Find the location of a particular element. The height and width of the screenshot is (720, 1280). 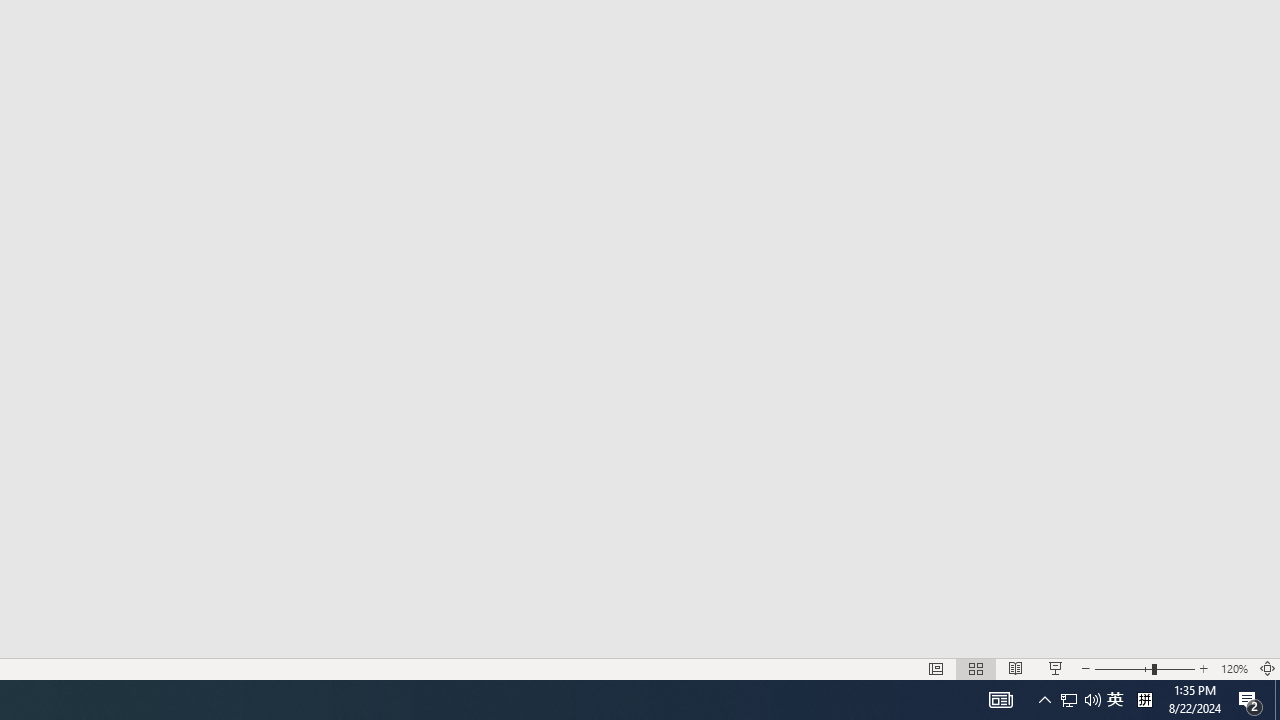

'Zoom In' is located at coordinates (1203, 669).